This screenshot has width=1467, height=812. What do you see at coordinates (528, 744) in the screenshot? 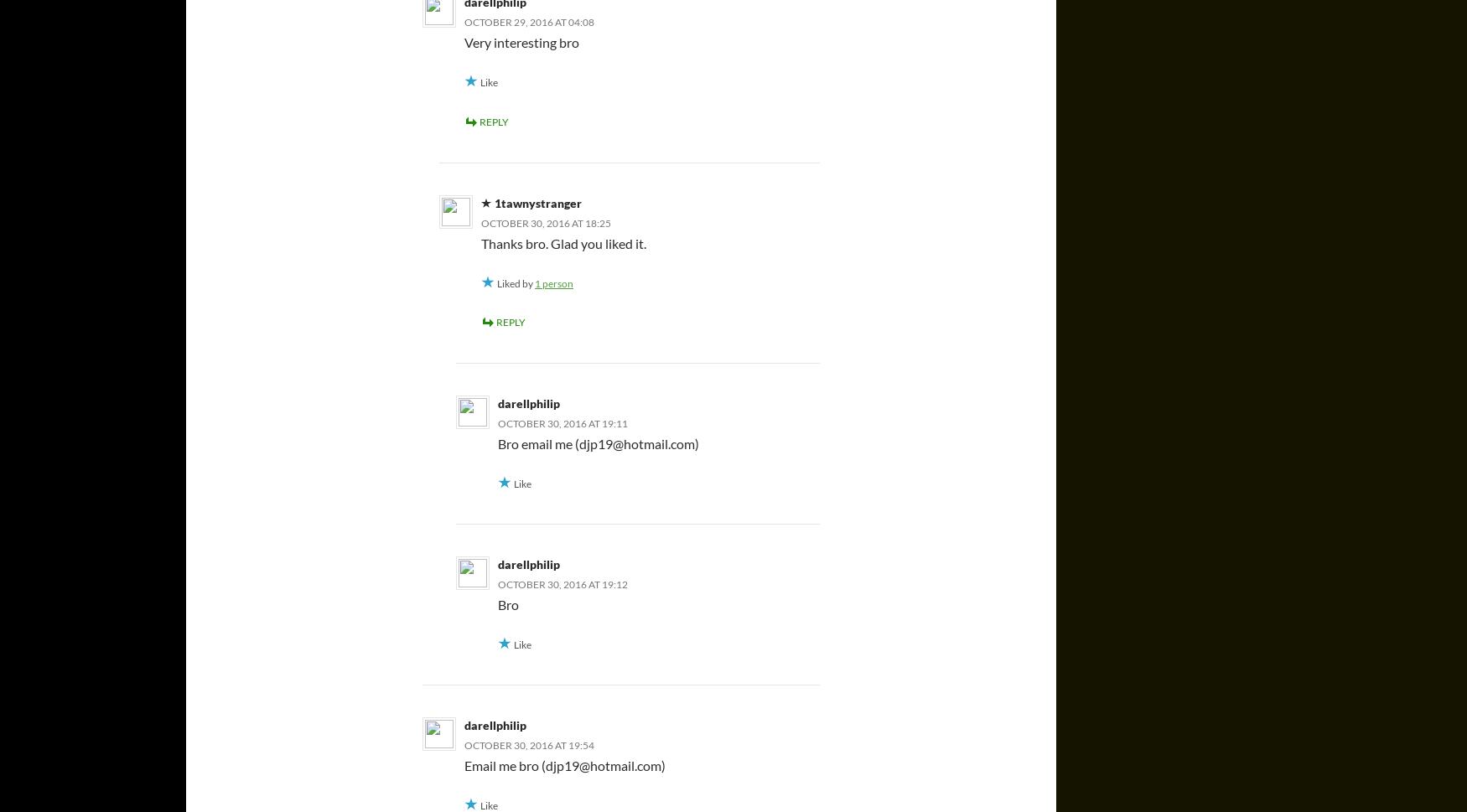
I see `'October 30, 2016 at 19:54'` at bounding box center [528, 744].